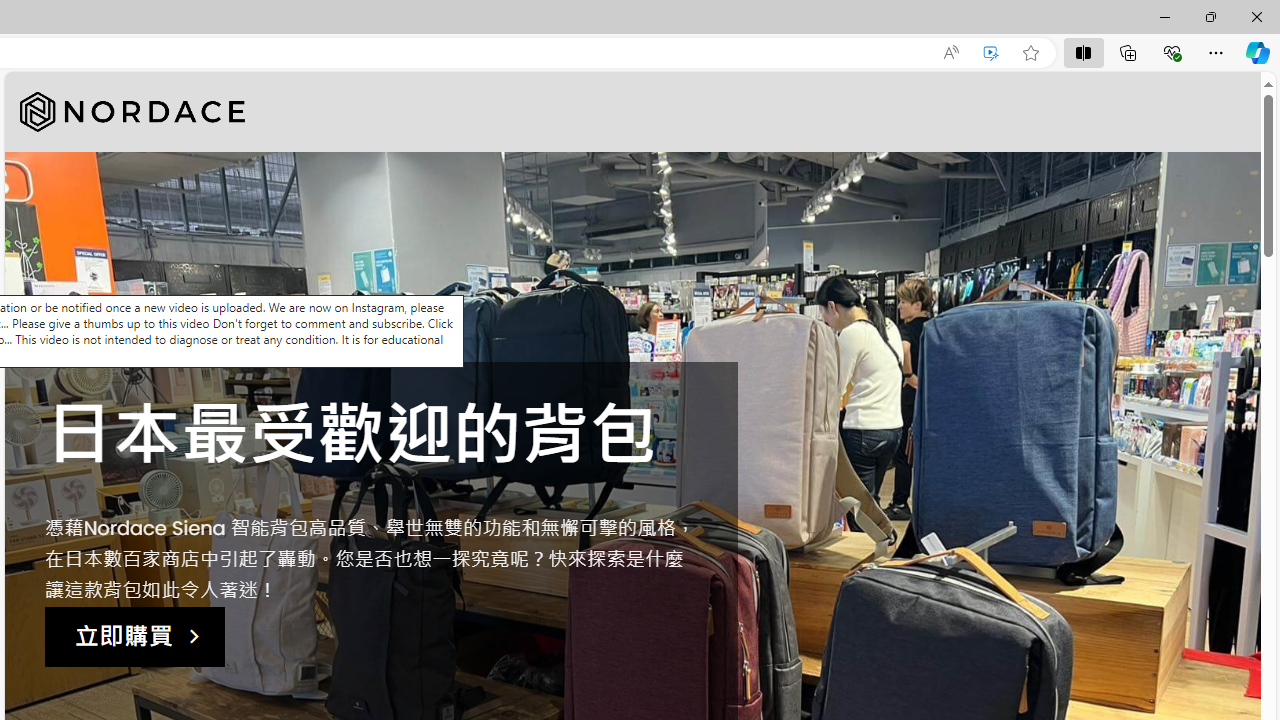 This screenshot has width=1280, height=720. What do you see at coordinates (1255, 16) in the screenshot?
I see `'Close'` at bounding box center [1255, 16].